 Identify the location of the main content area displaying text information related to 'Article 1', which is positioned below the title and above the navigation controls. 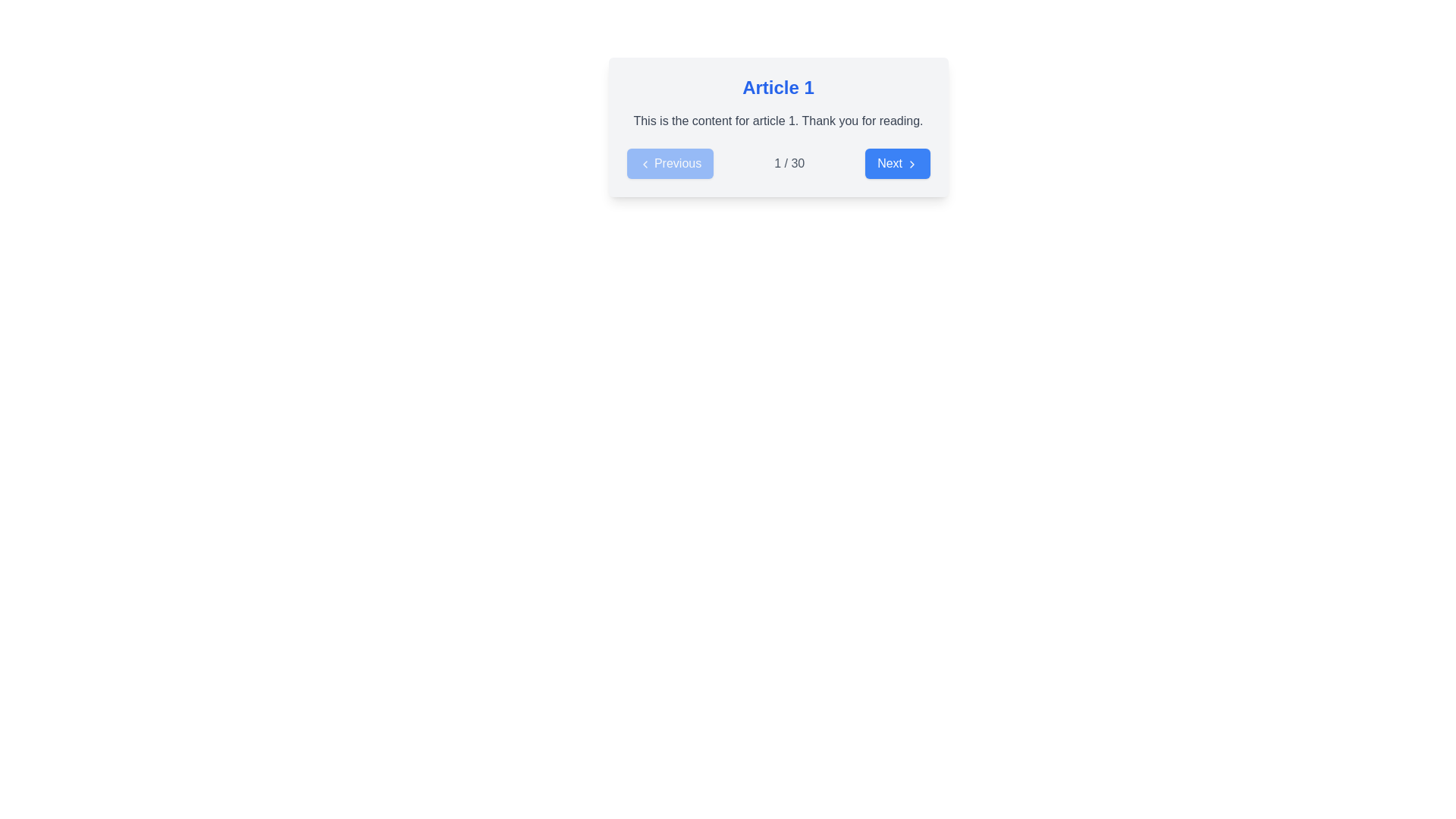
(778, 120).